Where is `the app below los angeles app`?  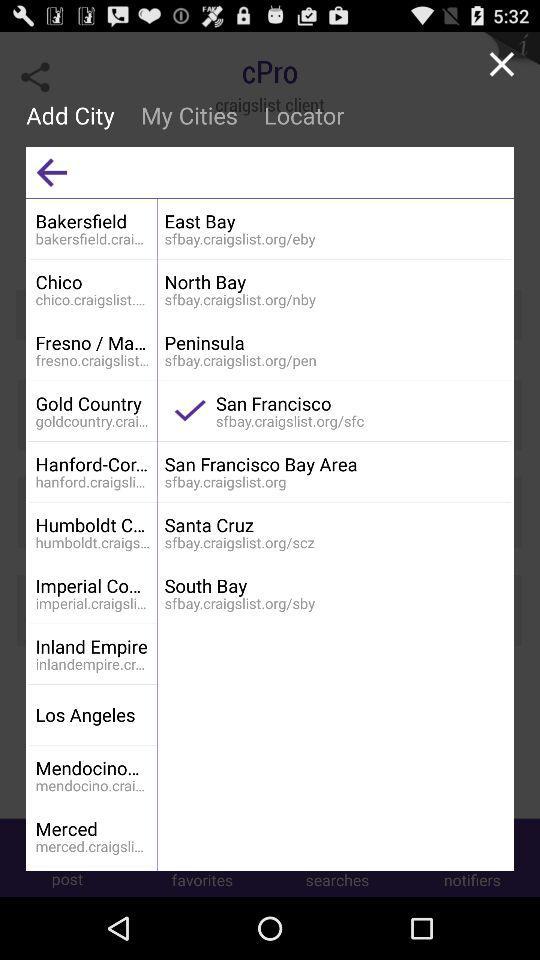
the app below los angeles app is located at coordinates (92, 767).